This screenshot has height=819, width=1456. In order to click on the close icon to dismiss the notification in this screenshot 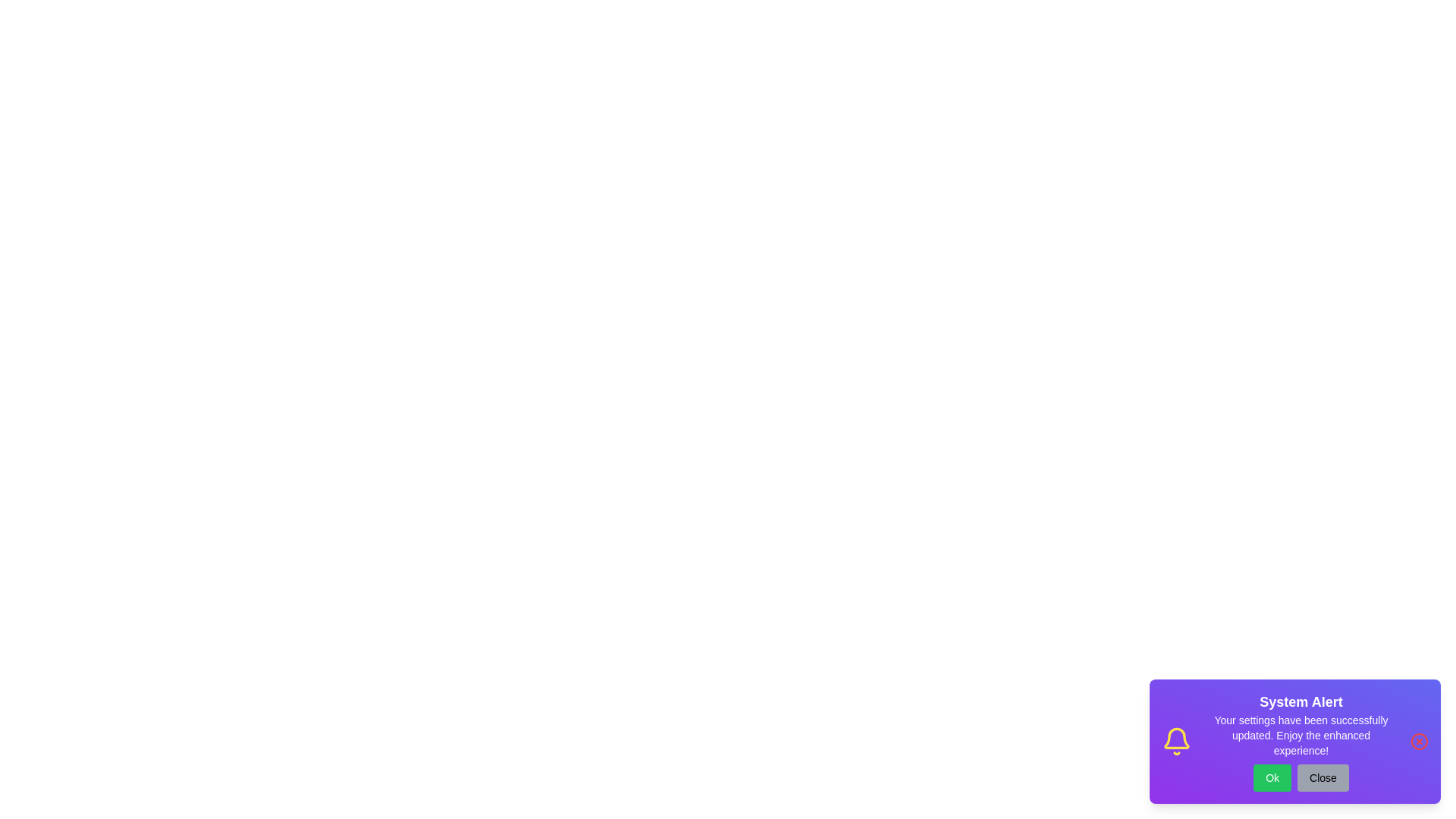, I will do `click(1419, 741)`.